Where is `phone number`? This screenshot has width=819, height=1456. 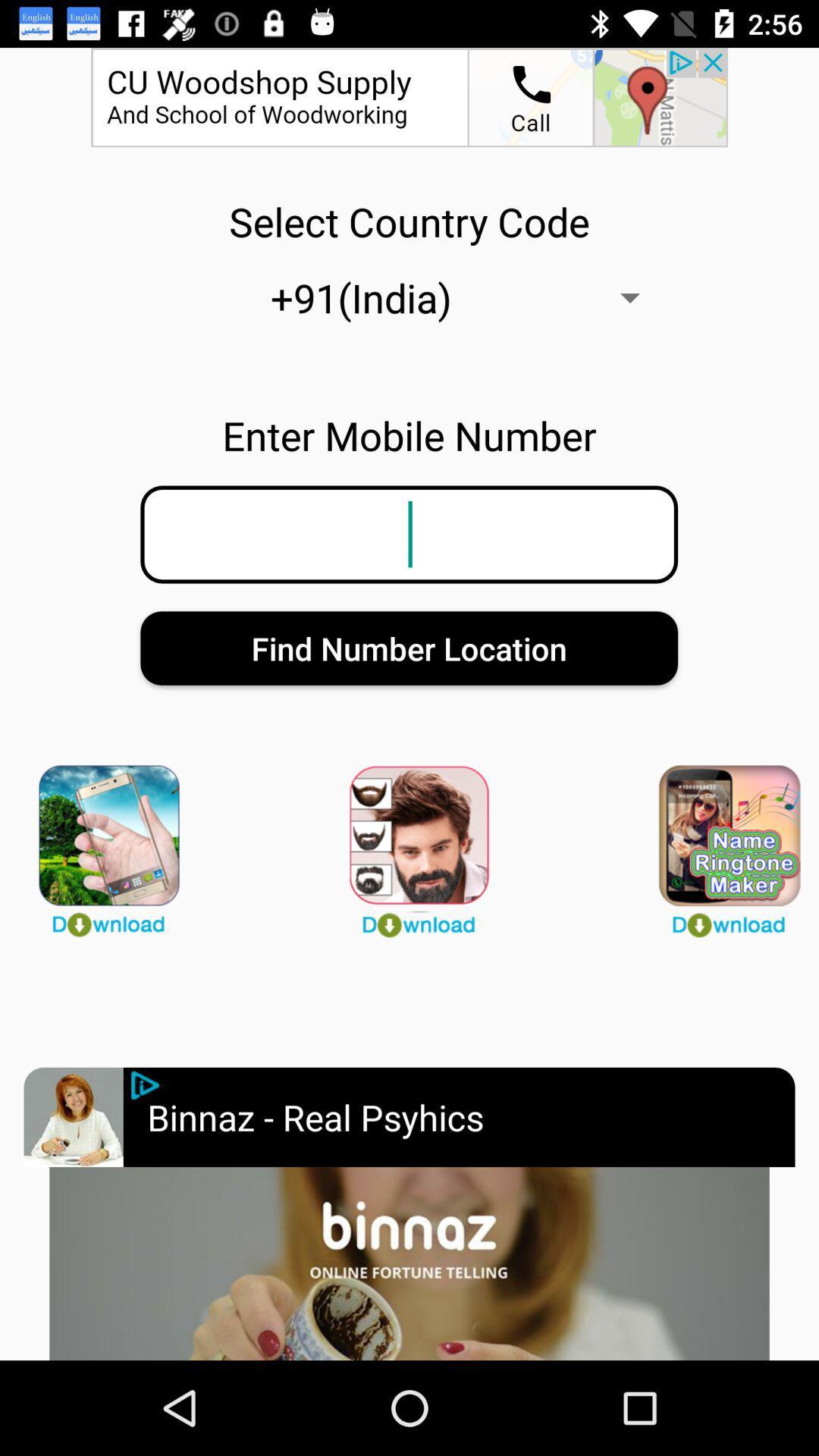 phone number is located at coordinates (408, 535).